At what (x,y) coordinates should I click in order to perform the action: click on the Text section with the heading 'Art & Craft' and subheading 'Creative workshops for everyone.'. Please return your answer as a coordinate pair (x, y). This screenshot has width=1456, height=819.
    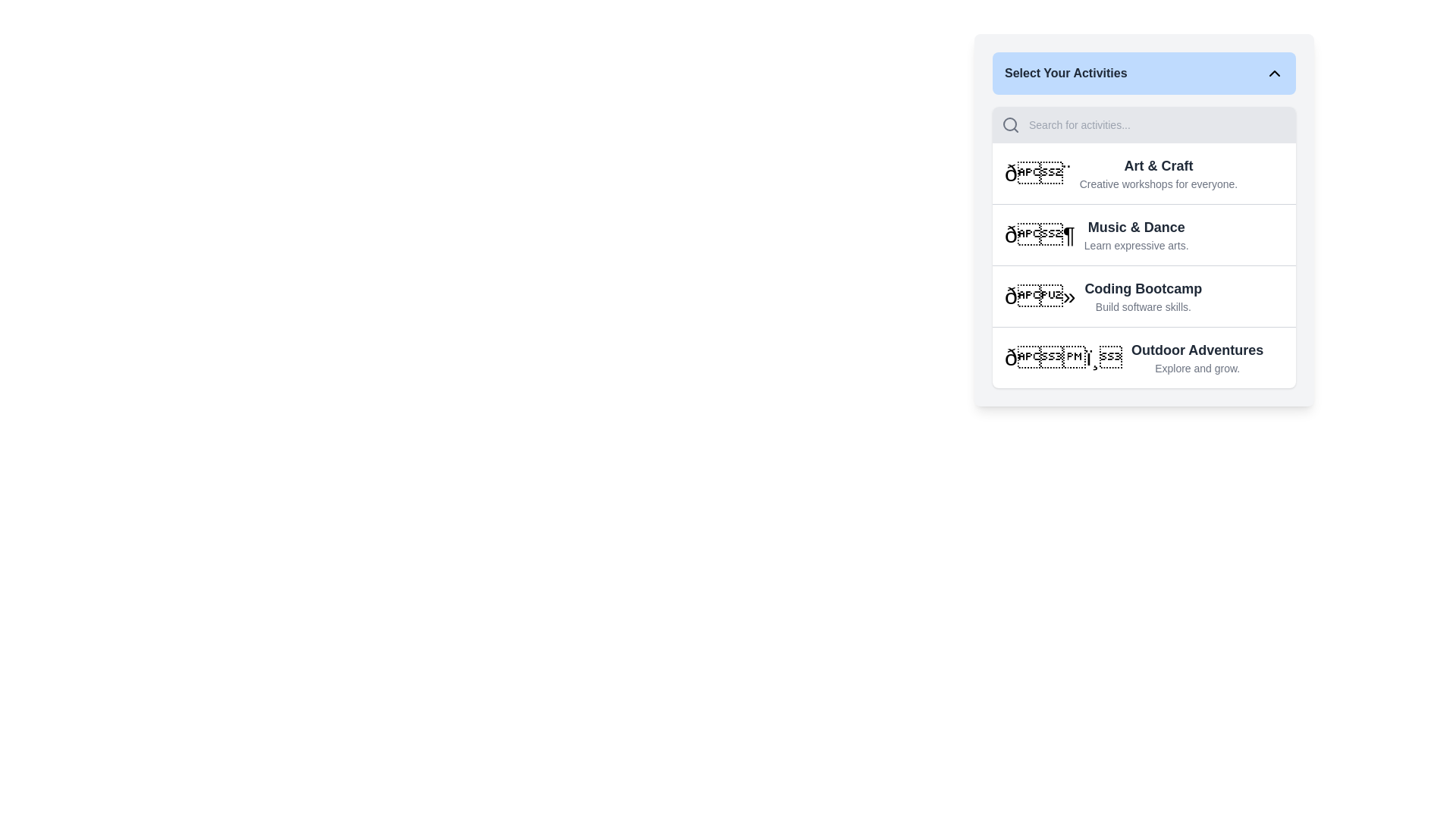
    Looking at the image, I should click on (1144, 172).